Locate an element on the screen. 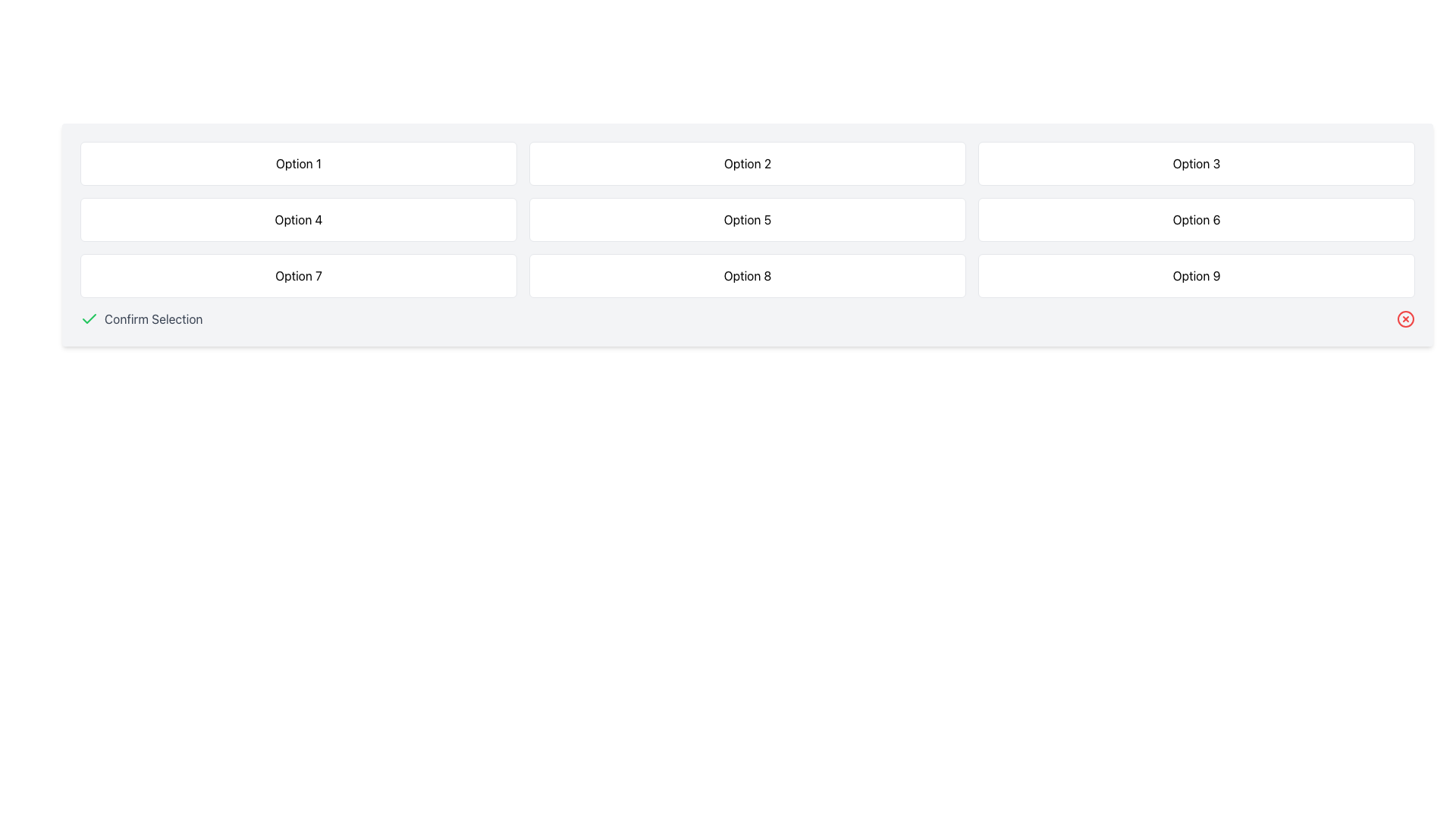 The height and width of the screenshot is (819, 1456). the 'Option 3' button, which is a rectangular choice tile with a white background and a border, located in the first row of a 3x3 grid is located at coordinates (1196, 164).